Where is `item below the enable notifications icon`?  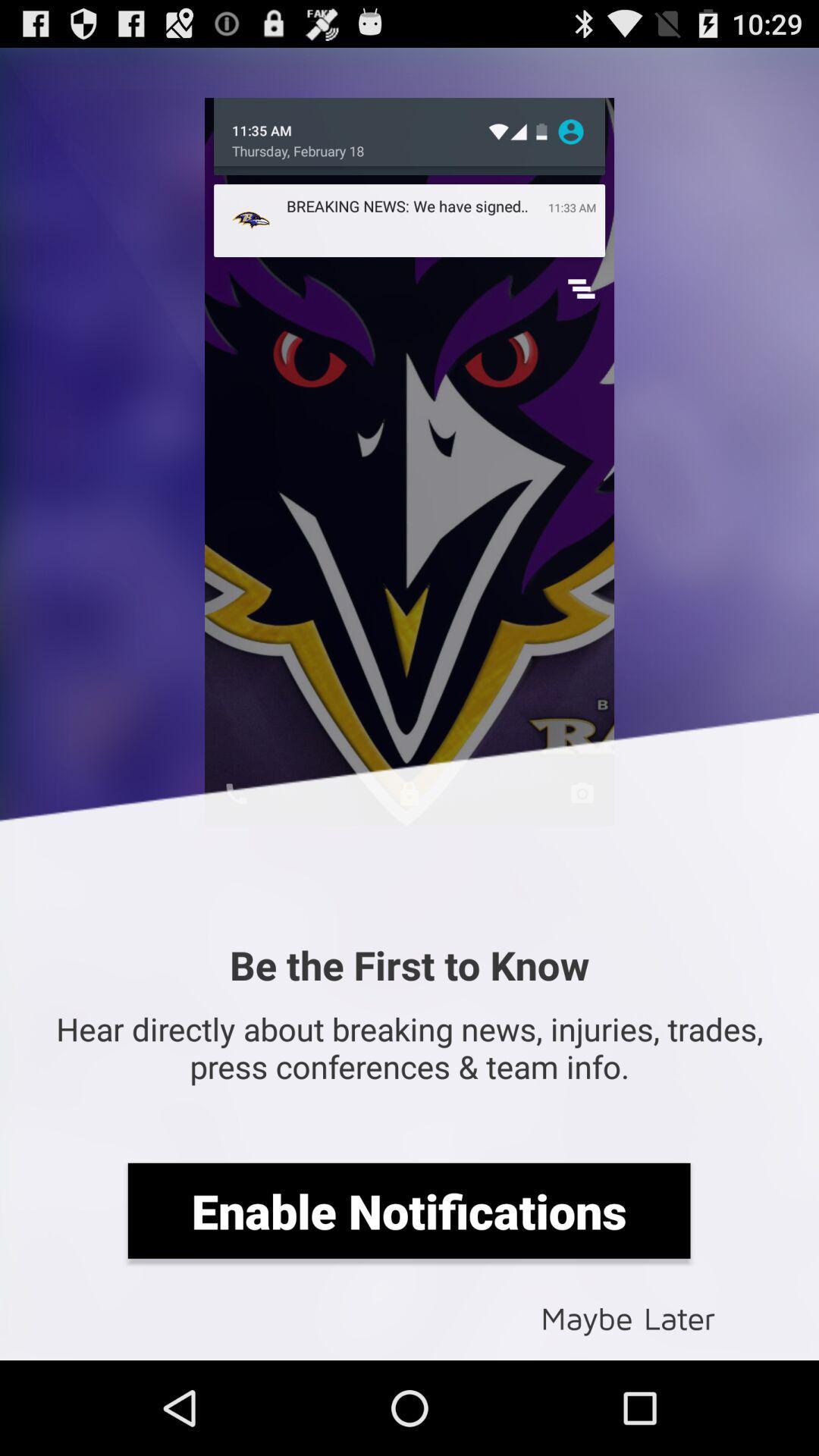
item below the enable notifications icon is located at coordinates (628, 1316).